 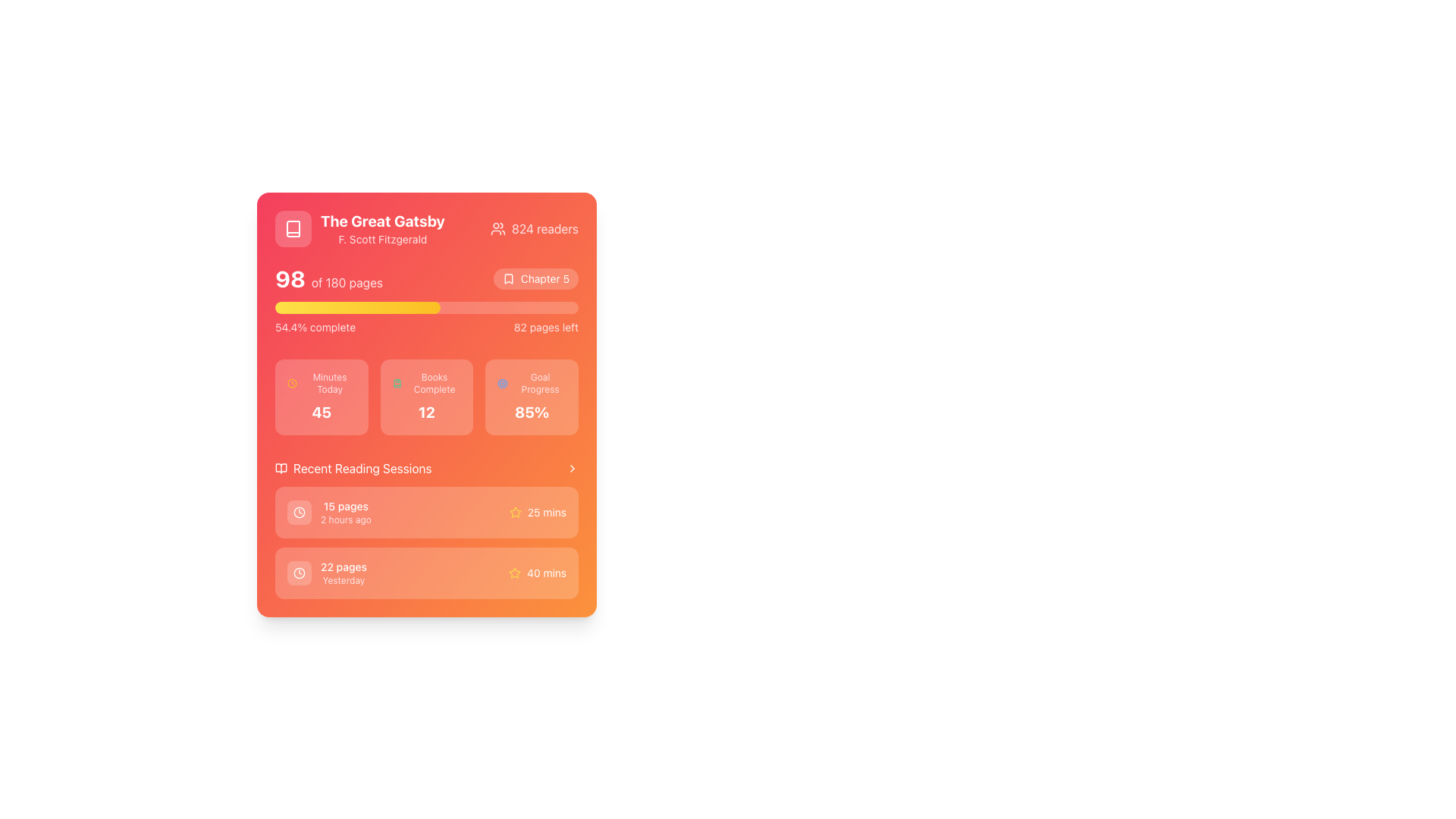 What do you see at coordinates (532, 412) in the screenshot?
I see `the information displayed in the bold text label showing '85%' in white on an orange background, located within the 'Goal Progress' panel in the lower-right section of the card` at bounding box center [532, 412].